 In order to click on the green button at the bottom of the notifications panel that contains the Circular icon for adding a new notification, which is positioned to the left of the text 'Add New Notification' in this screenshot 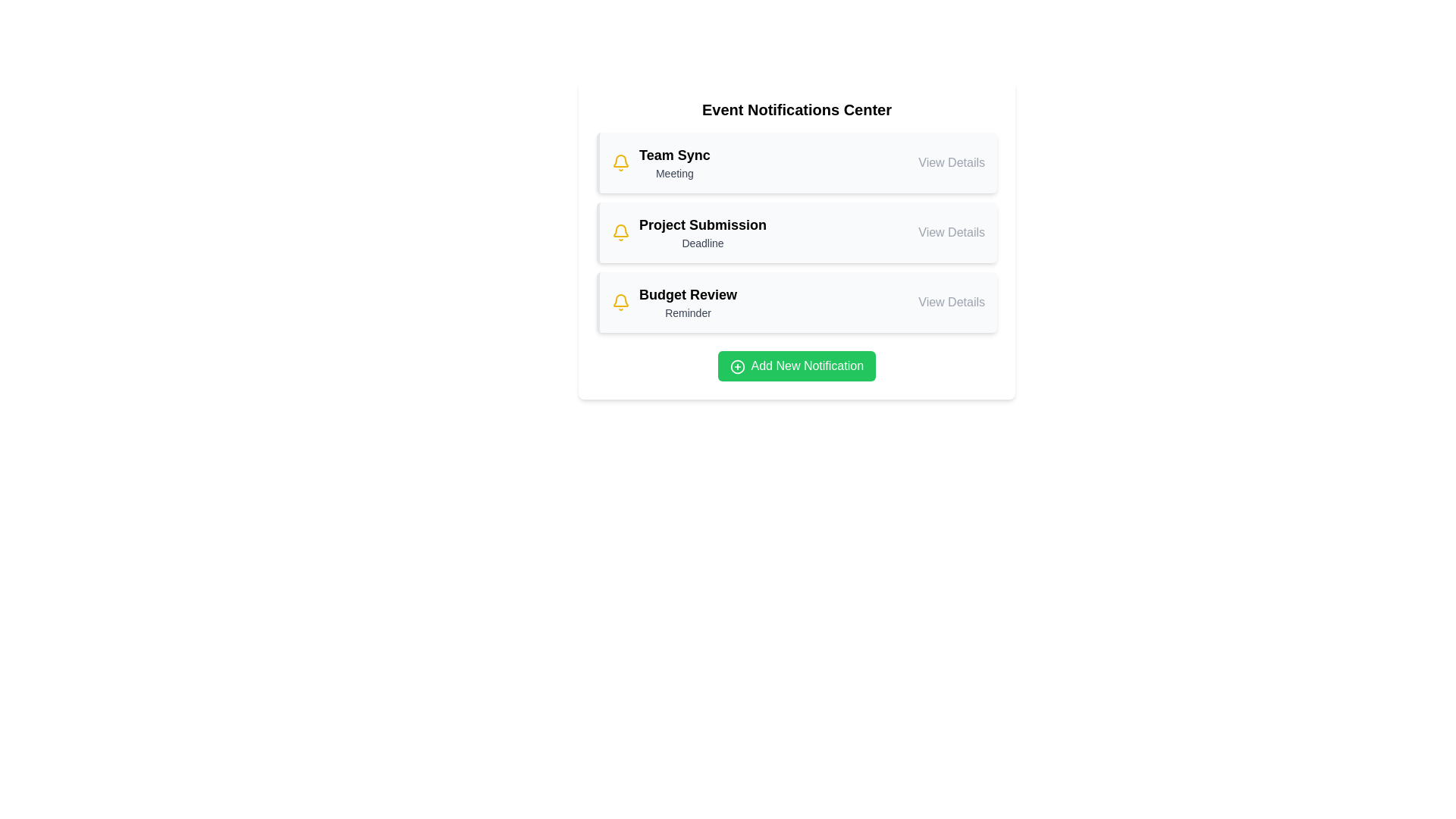, I will do `click(737, 366)`.